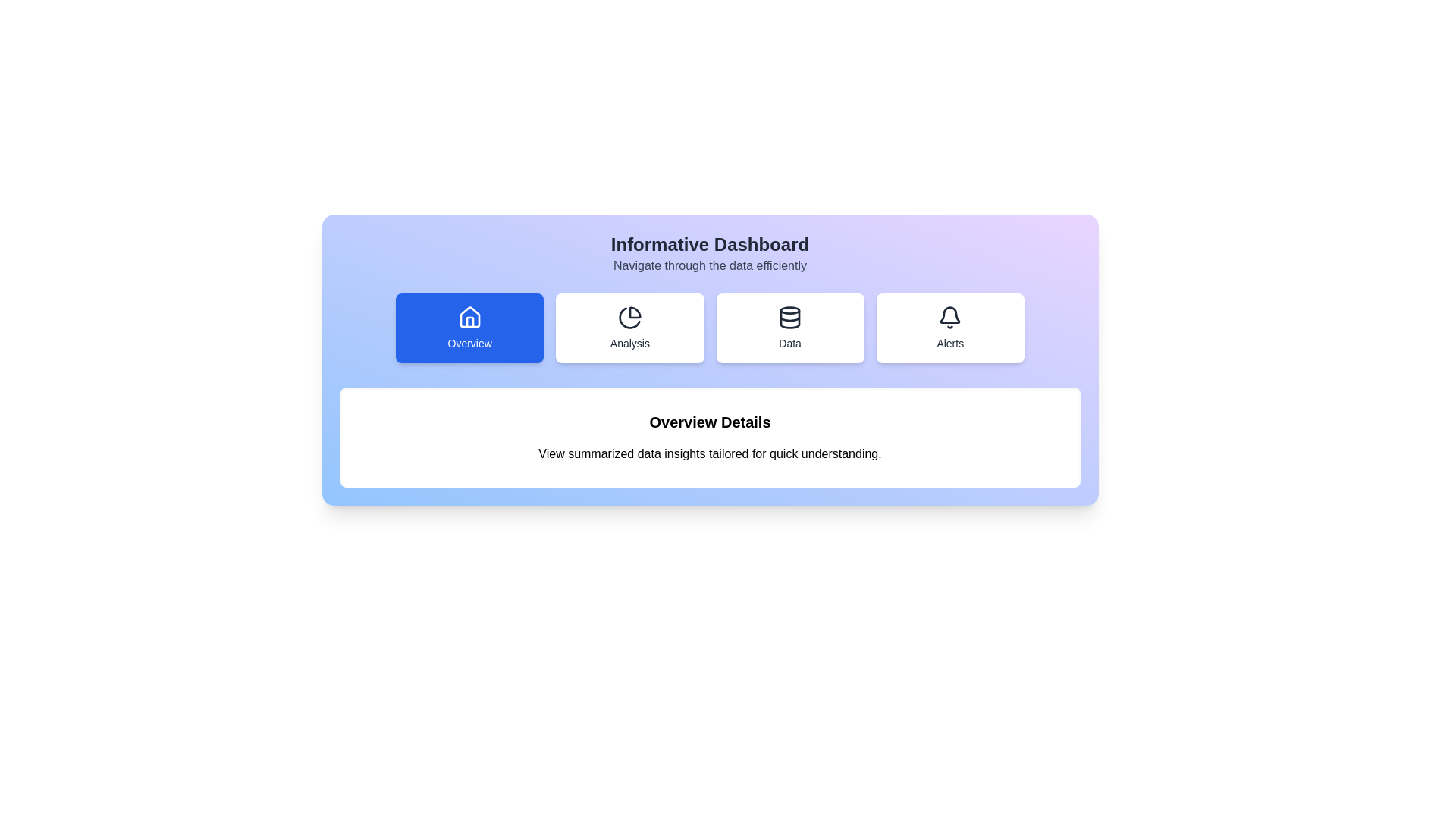  Describe the element at coordinates (949, 314) in the screenshot. I see `the bell icon within the 'Alerts' card` at that location.